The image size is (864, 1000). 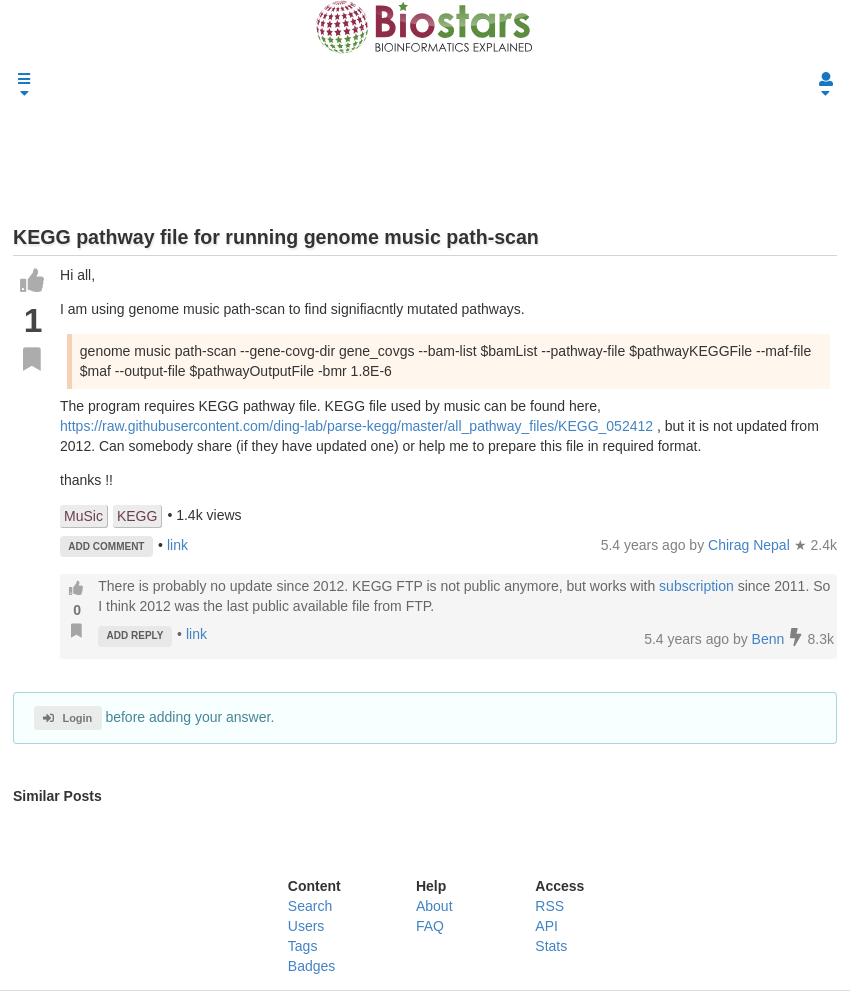 I want to click on 'There is probably no update since 2012. KEGG FTP is not public anymore, but works with', so click(x=97, y=585).